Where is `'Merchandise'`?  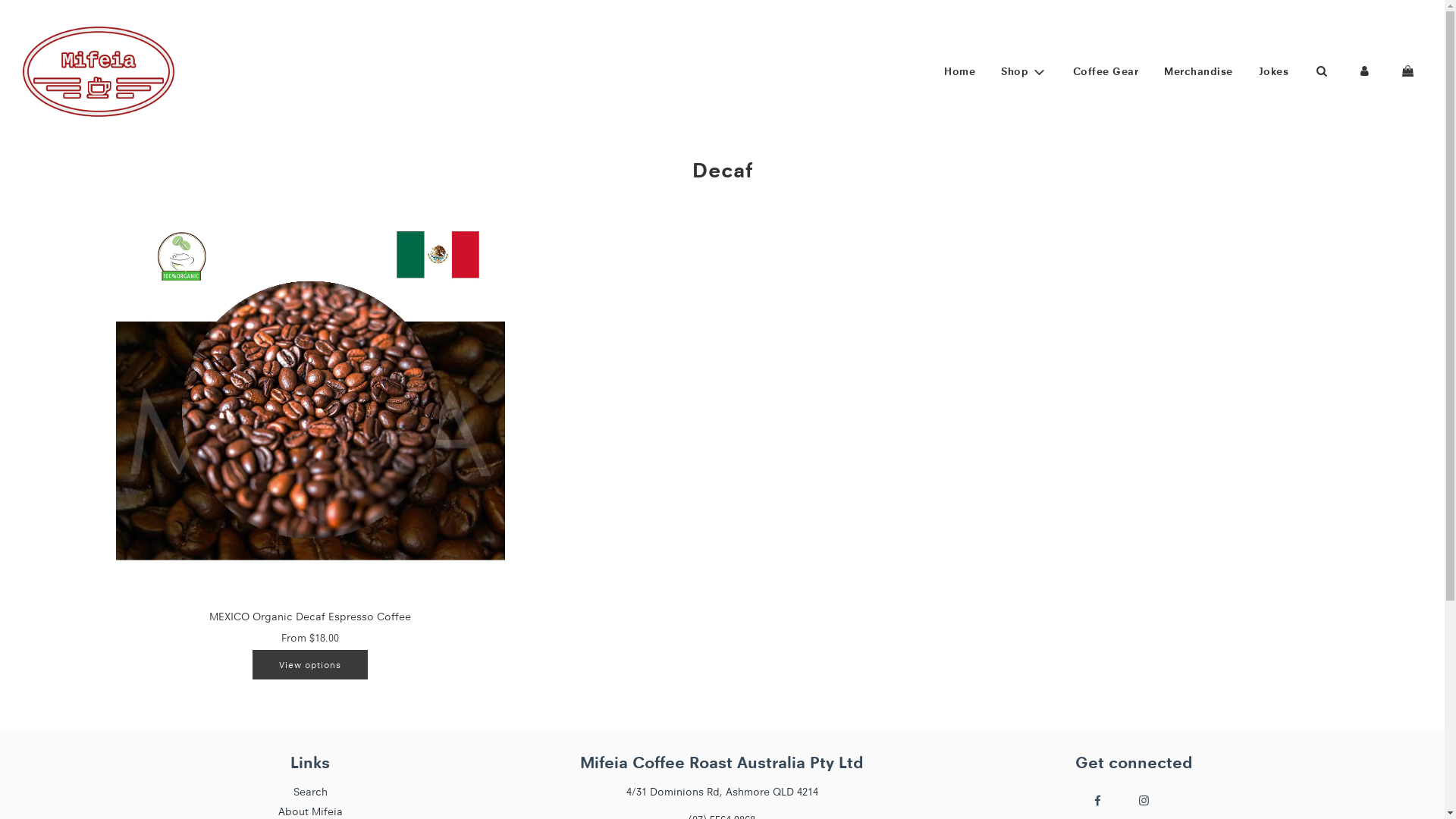
'Merchandise' is located at coordinates (1197, 71).